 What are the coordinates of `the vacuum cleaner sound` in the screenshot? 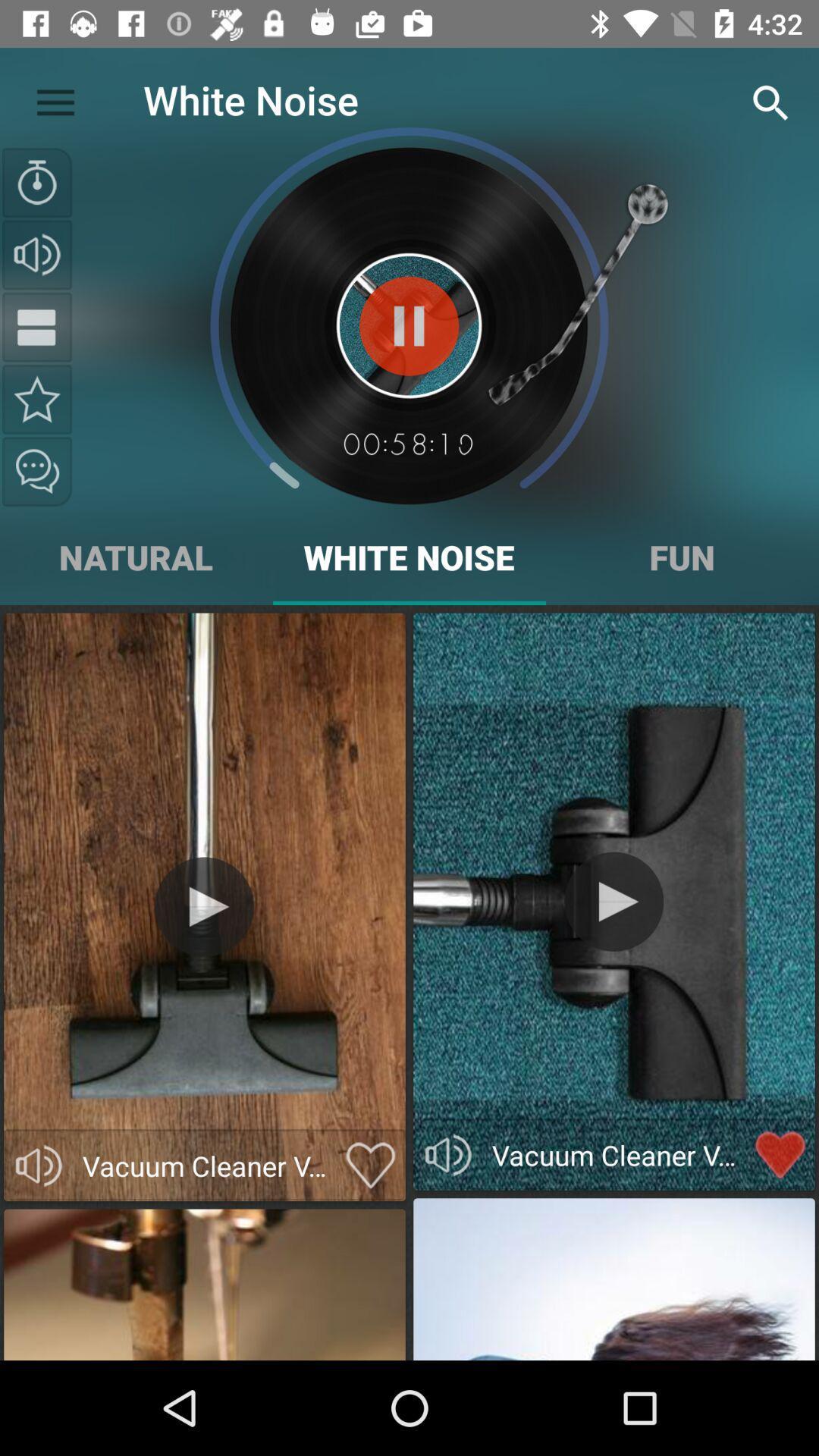 It's located at (203, 906).